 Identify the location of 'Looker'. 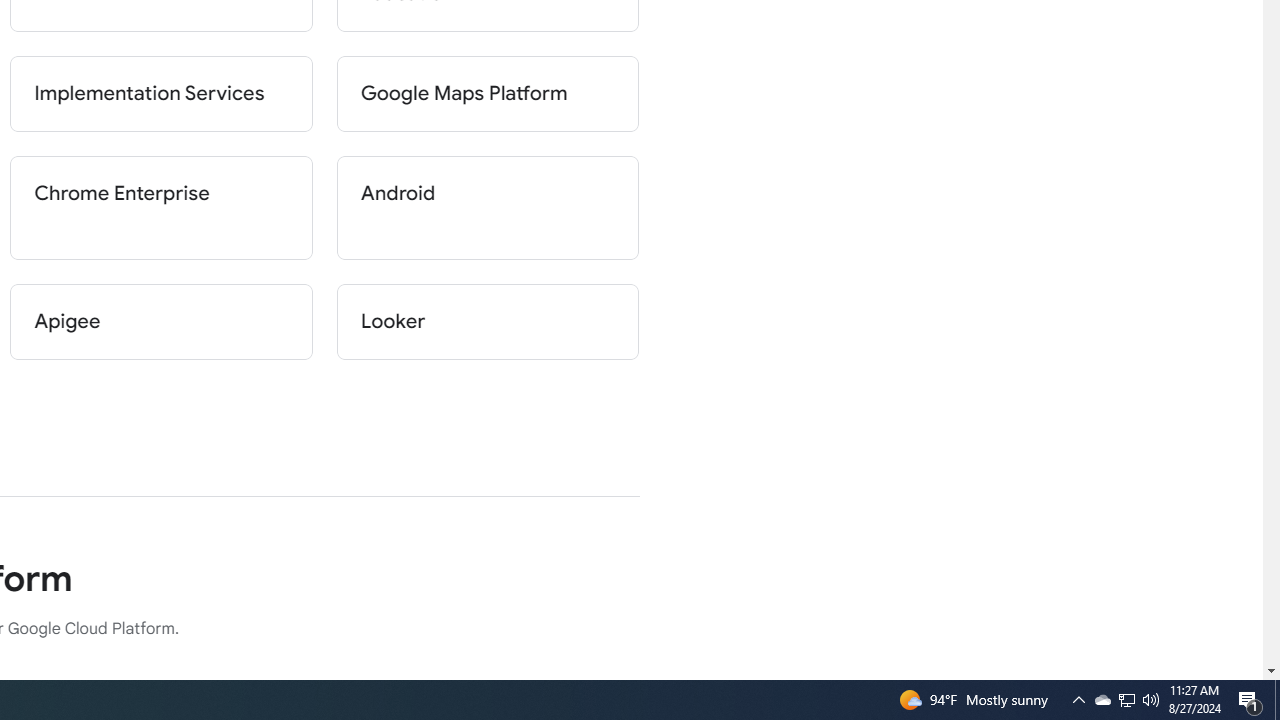
(487, 320).